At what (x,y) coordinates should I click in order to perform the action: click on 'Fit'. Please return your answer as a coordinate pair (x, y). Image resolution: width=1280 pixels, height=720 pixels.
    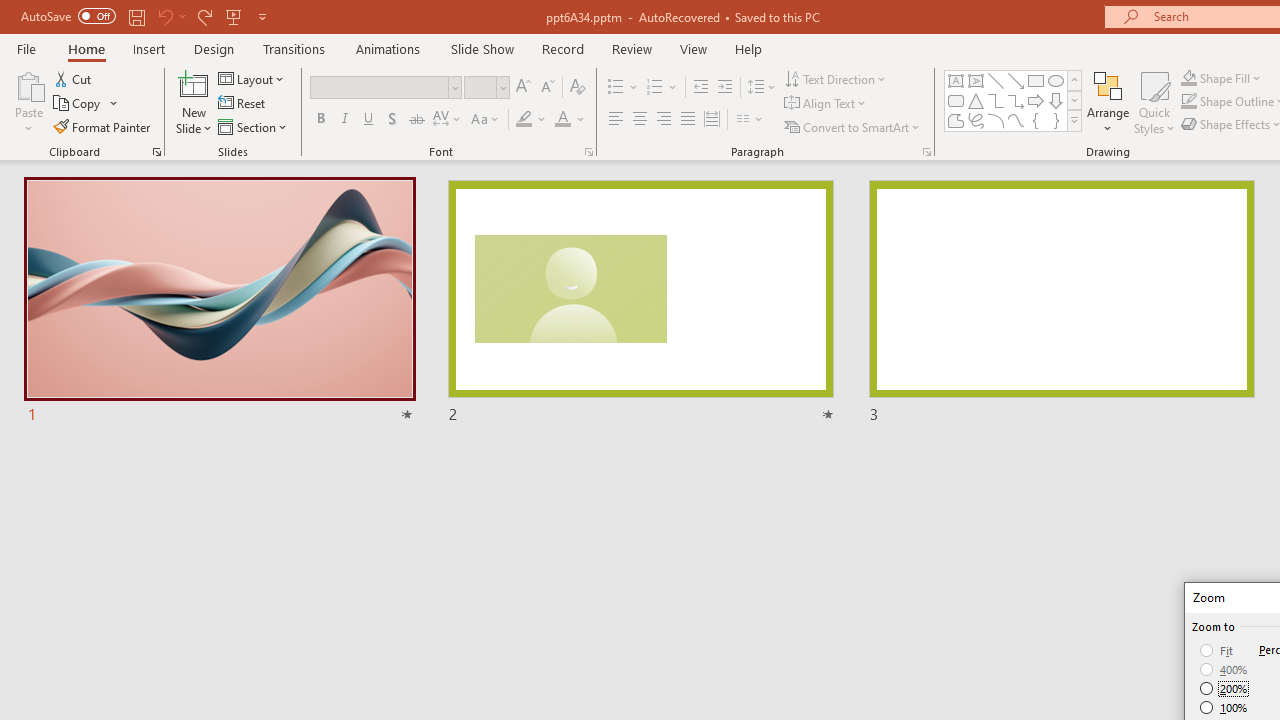
    Looking at the image, I should click on (1216, 650).